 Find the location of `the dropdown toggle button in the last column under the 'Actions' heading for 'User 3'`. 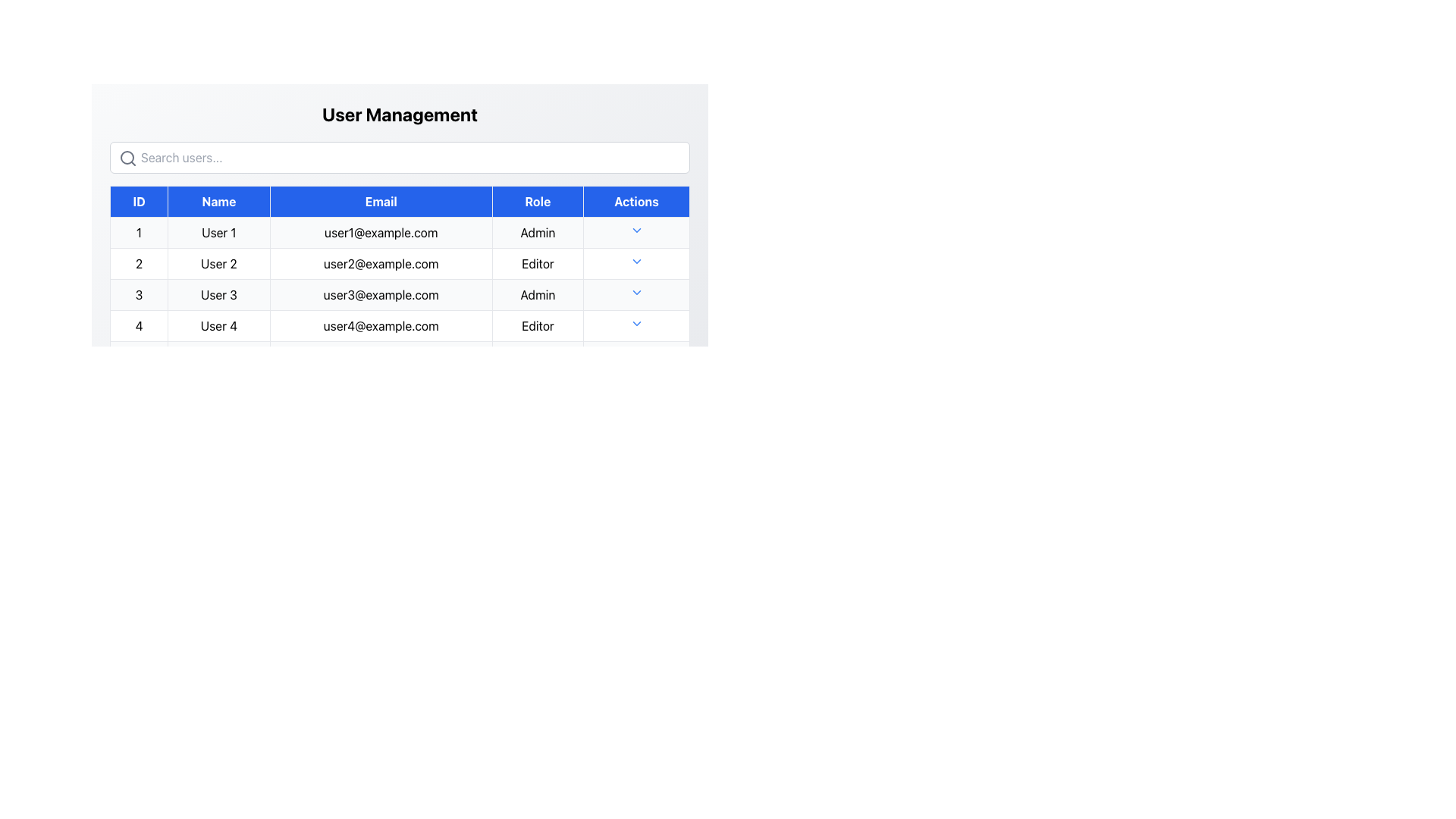

the dropdown toggle button in the last column under the 'Actions' heading for 'User 3' is located at coordinates (636, 295).